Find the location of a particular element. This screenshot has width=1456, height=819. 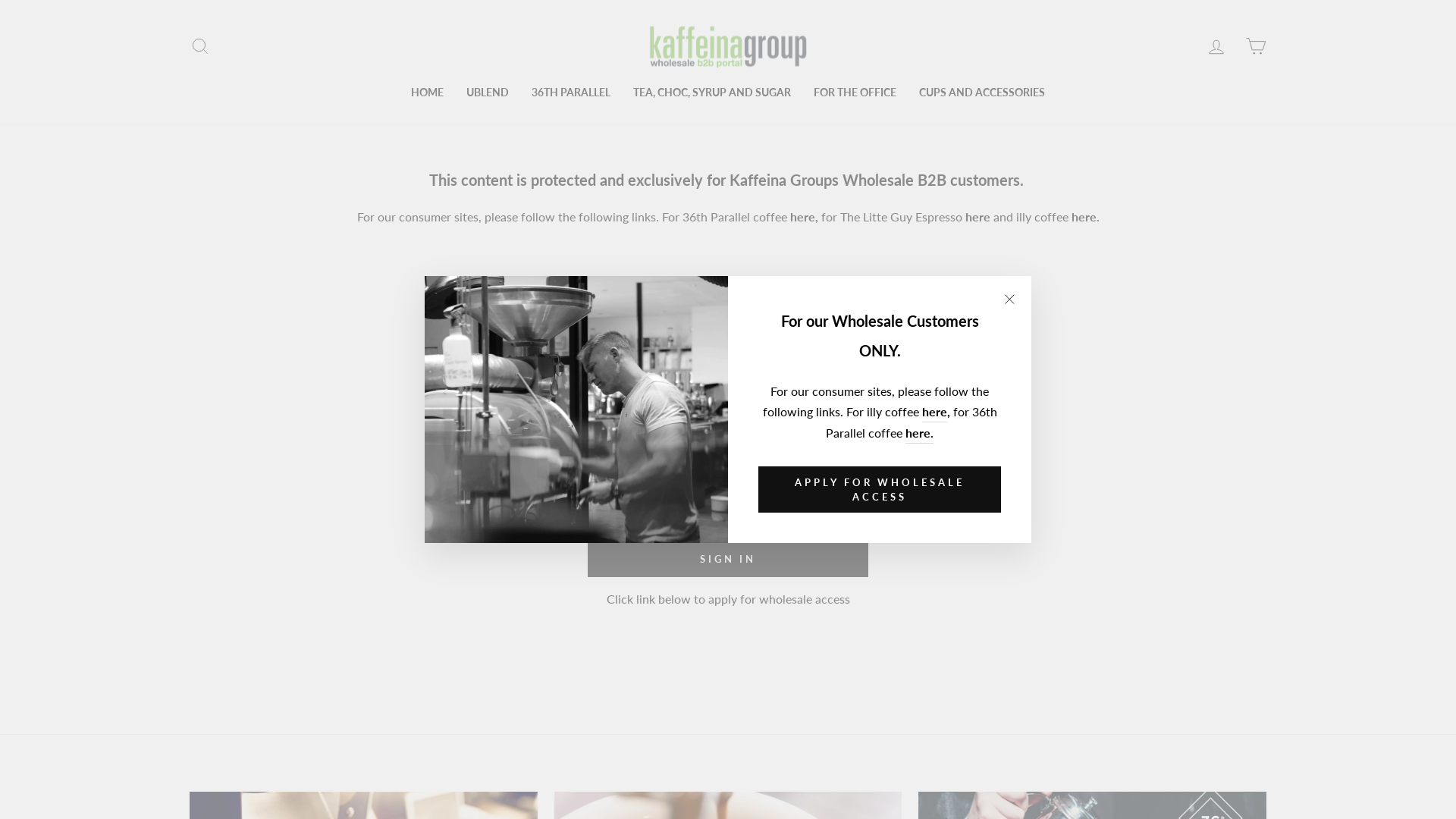

'SEARCH' is located at coordinates (180, 45).